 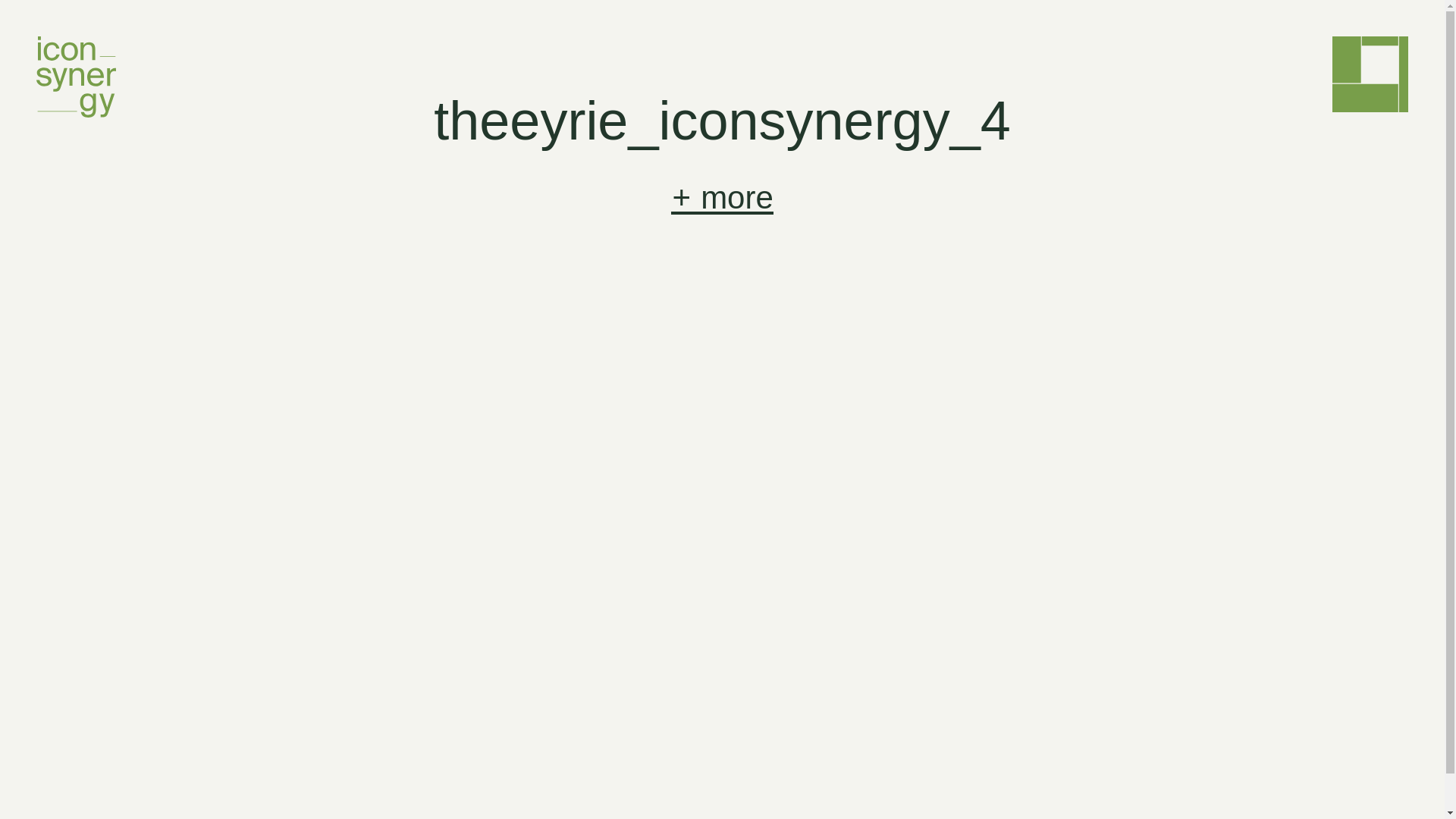 What do you see at coordinates (670, 197) in the screenshot?
I see `'+ more'` at bounding box center [670, 197].